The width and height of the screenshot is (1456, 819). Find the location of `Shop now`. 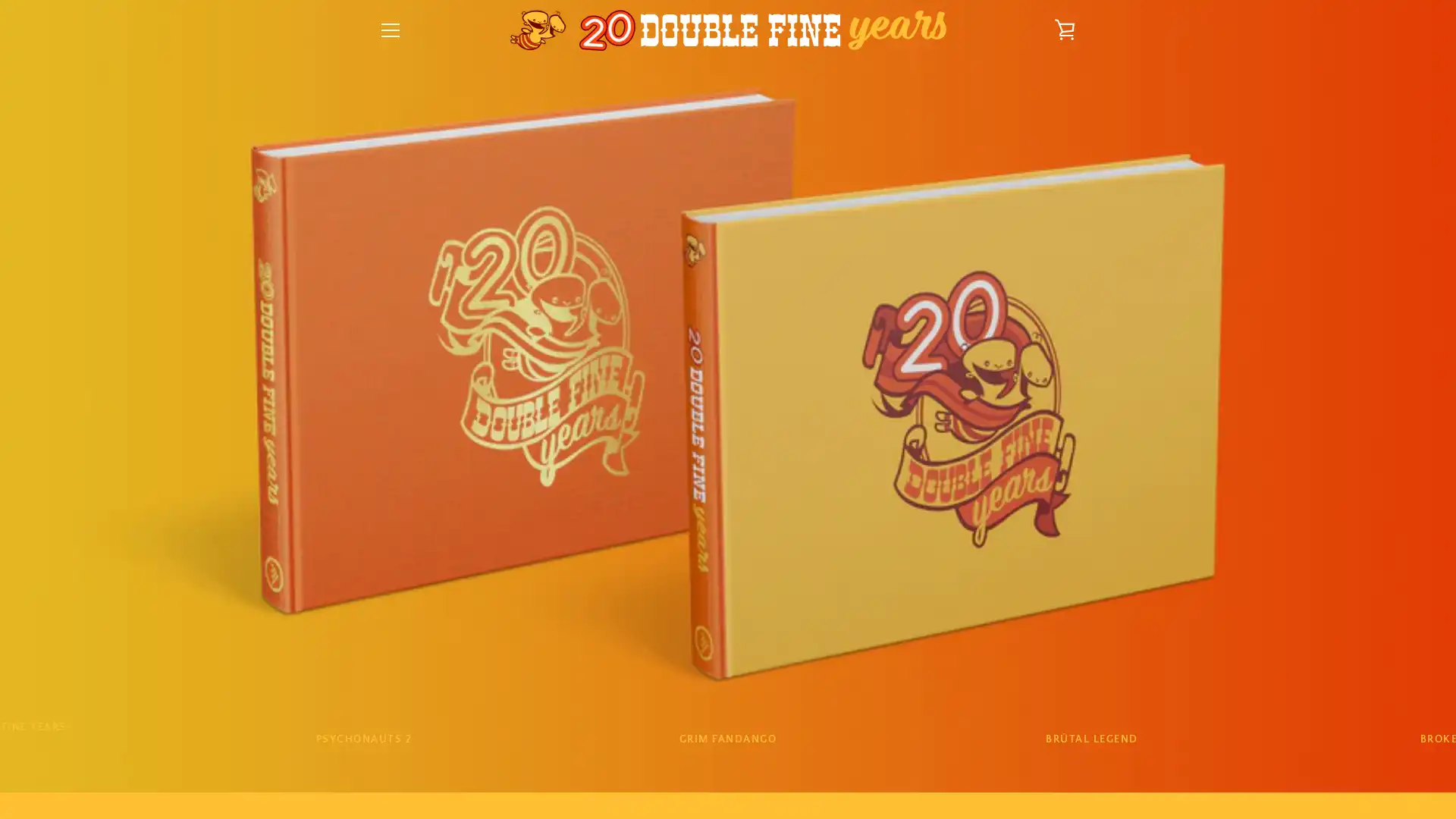

Shop now is located at coordinates (728, 485).